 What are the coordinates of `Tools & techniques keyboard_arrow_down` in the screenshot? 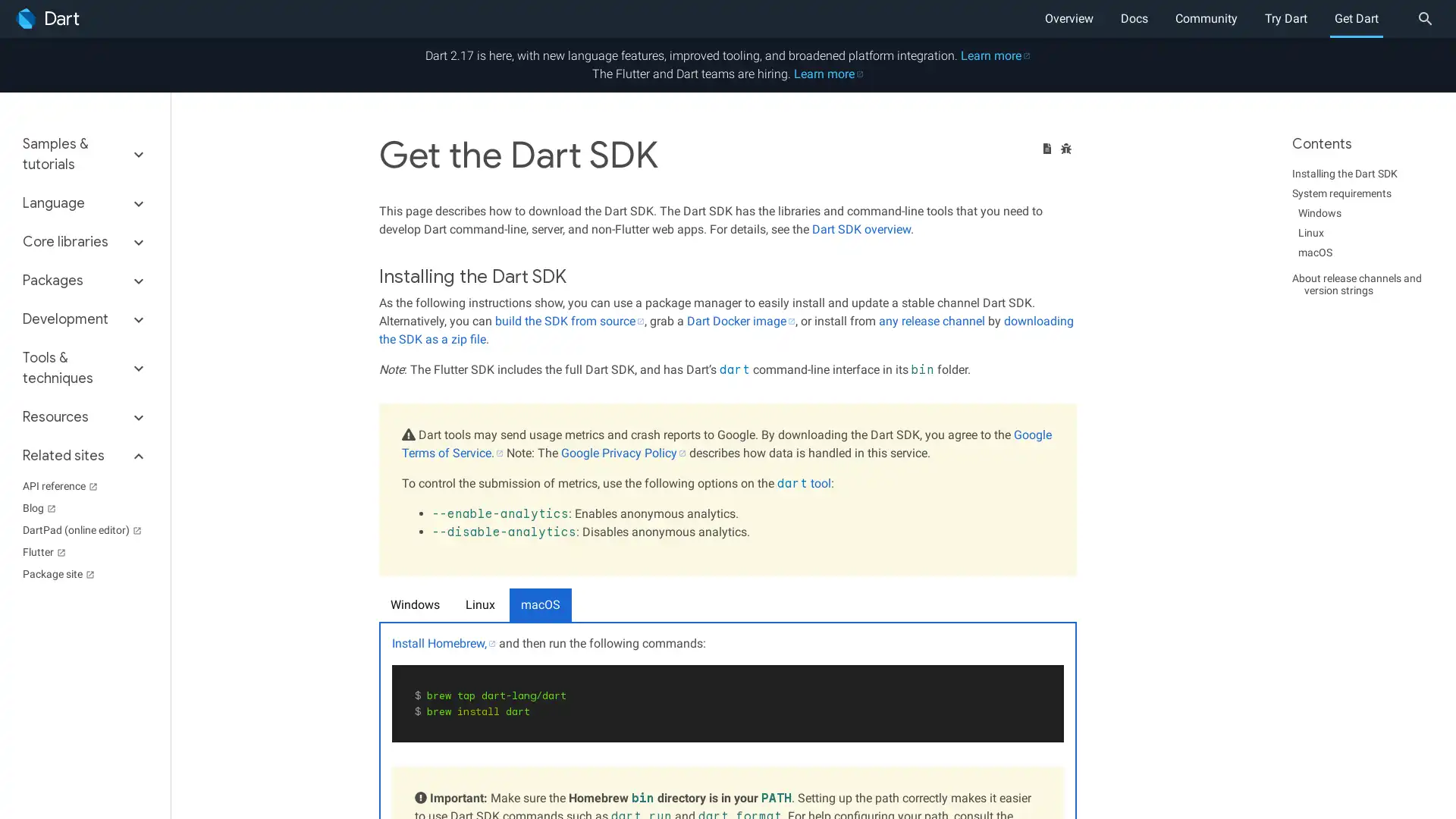 It's located at (84, 369).